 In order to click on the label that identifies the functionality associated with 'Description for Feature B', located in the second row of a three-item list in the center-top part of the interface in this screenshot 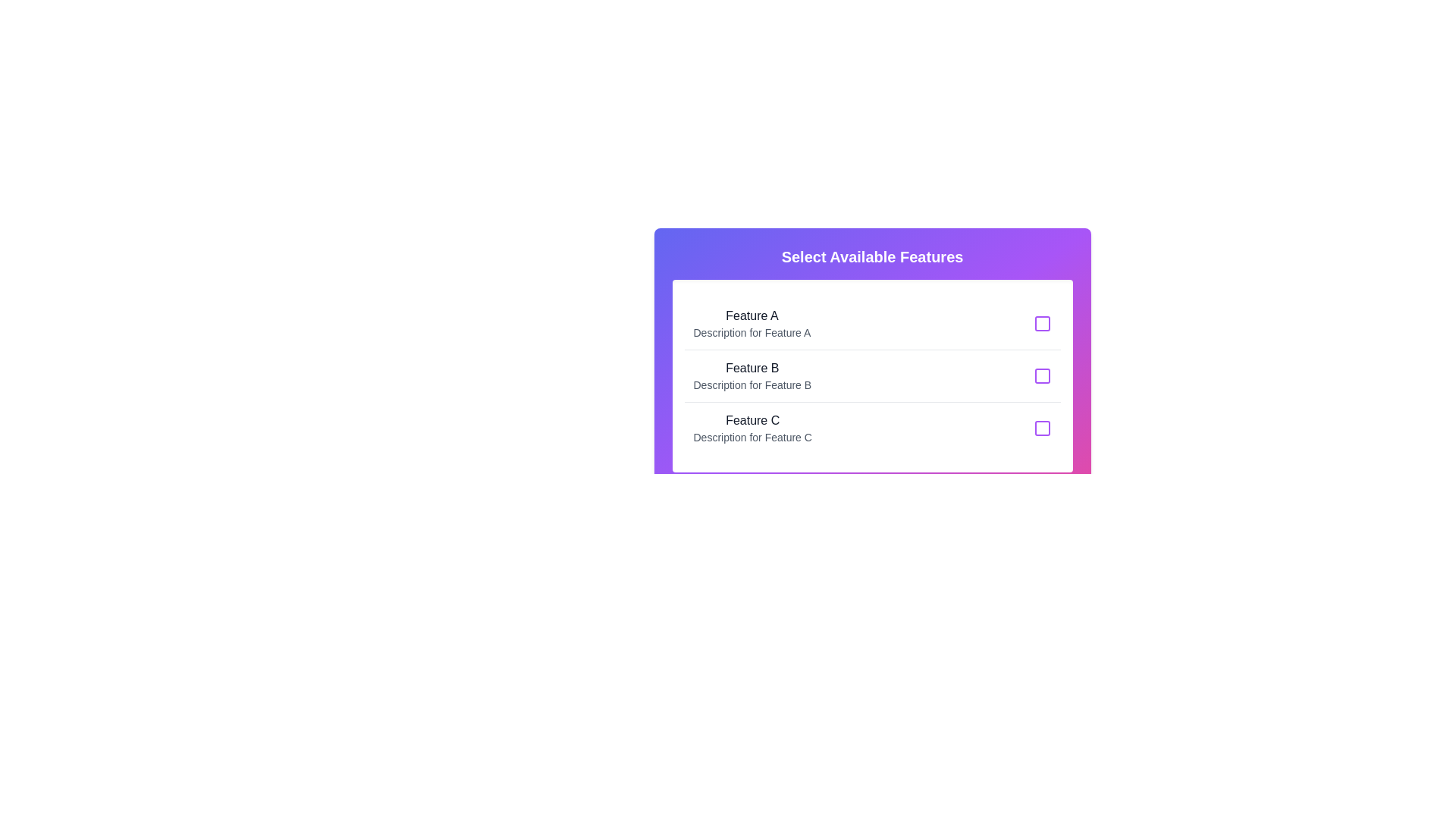, I will do `click(752, 369)`.